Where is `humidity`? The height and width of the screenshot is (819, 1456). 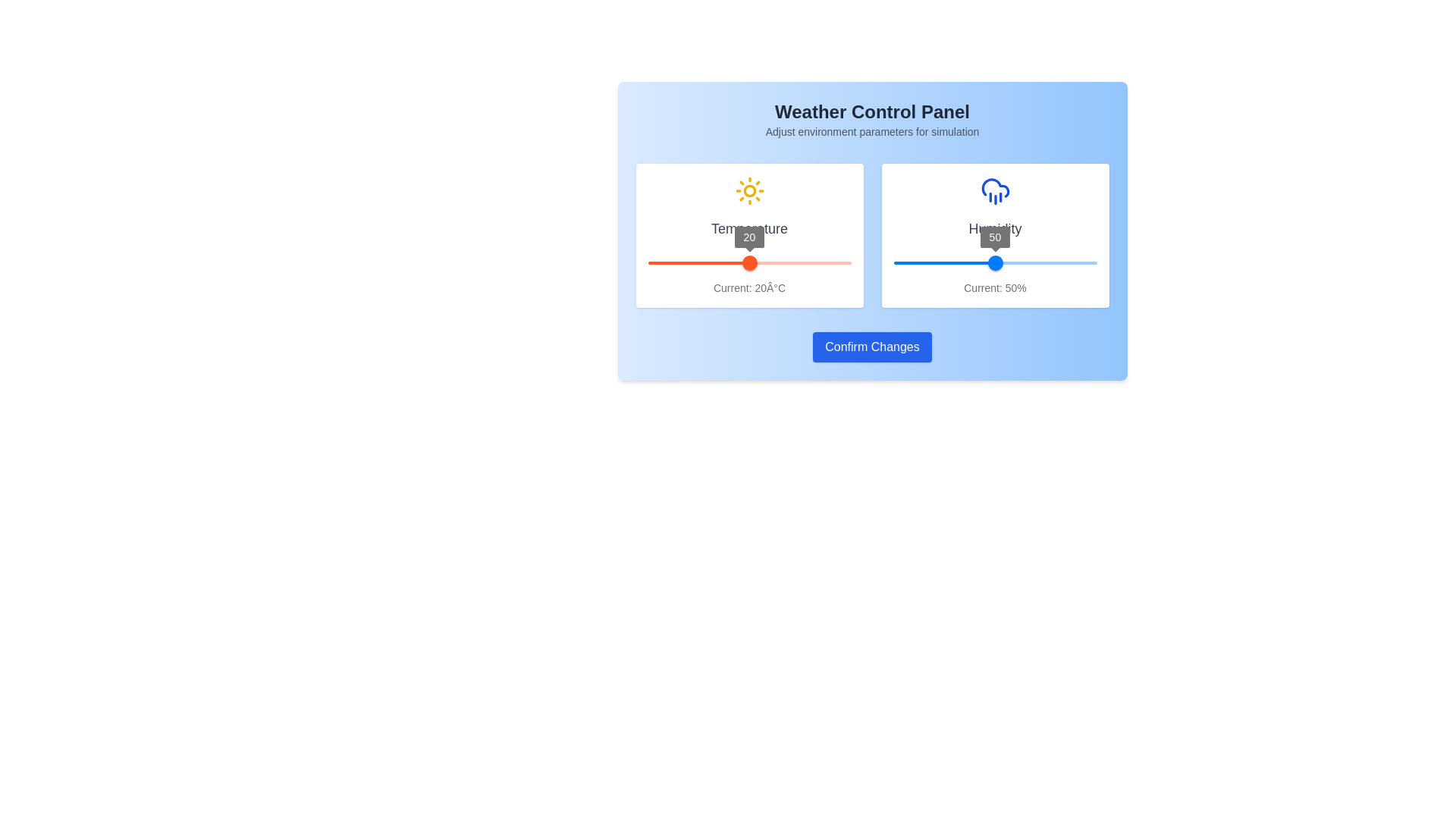 humidity is located at coordinates (1080, 262).